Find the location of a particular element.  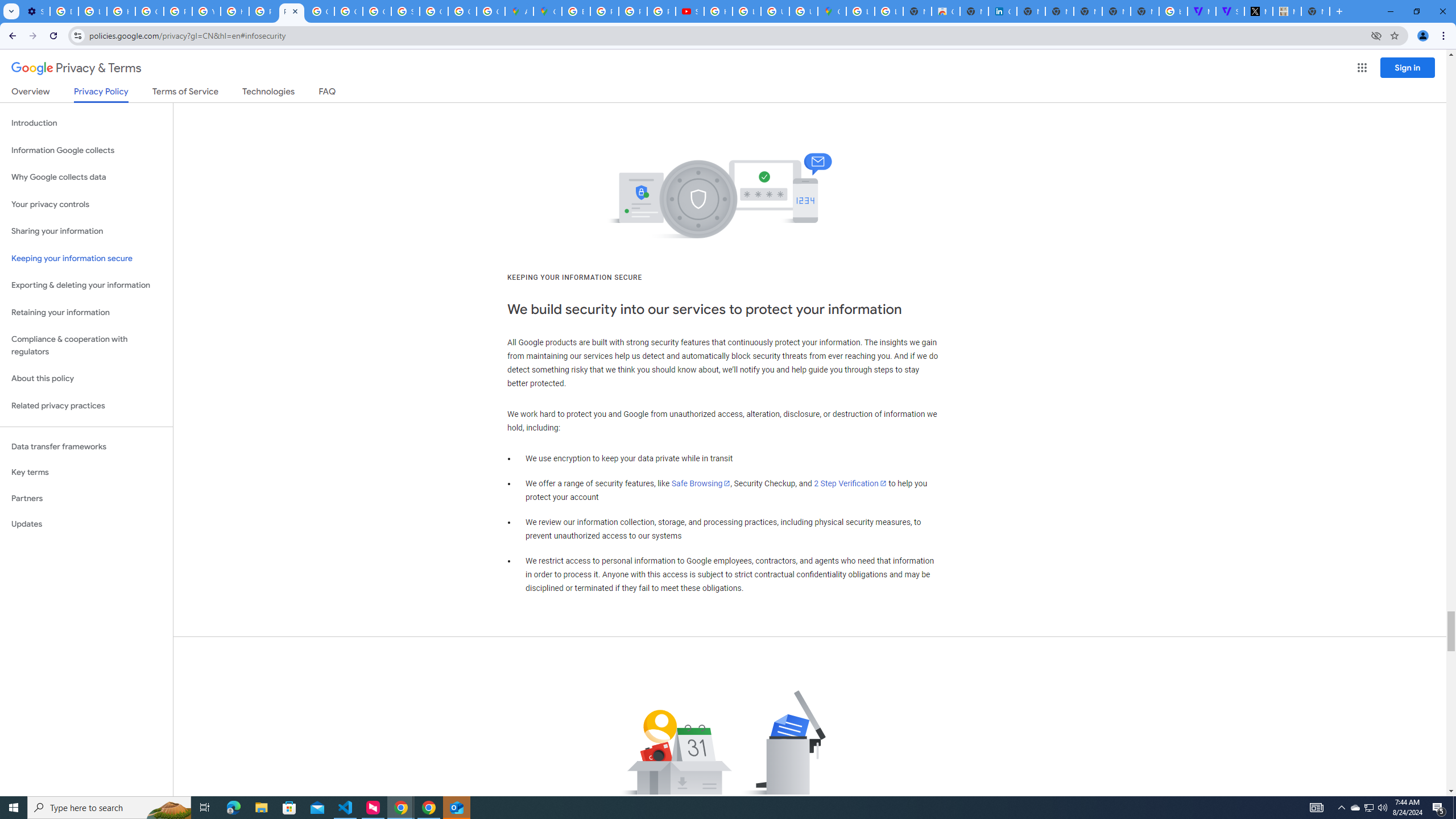

'Data transfer frameworks' is located at coordinates (86, 446).